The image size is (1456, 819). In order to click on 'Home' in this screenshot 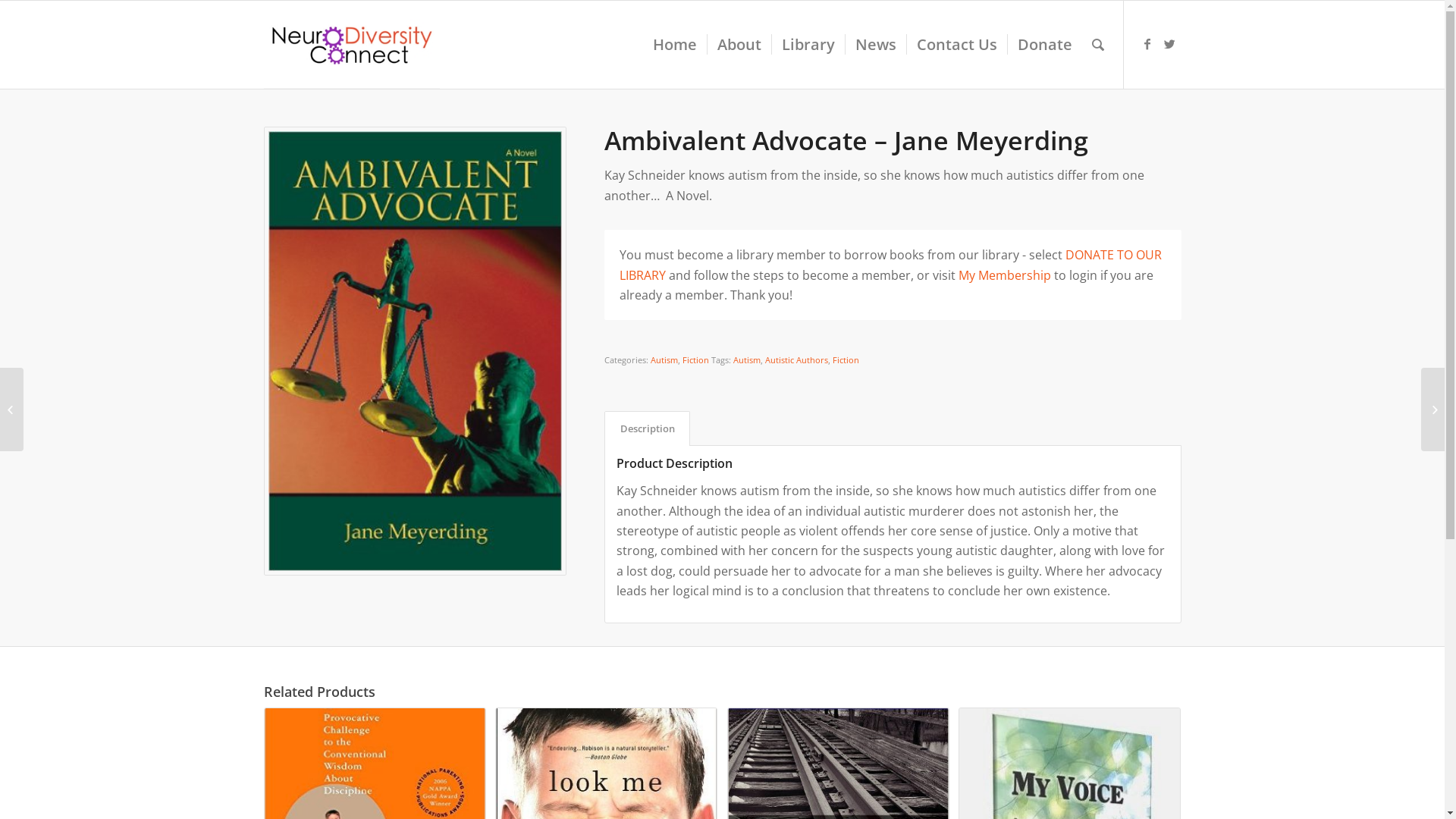, I will do `click(673, 43)`.